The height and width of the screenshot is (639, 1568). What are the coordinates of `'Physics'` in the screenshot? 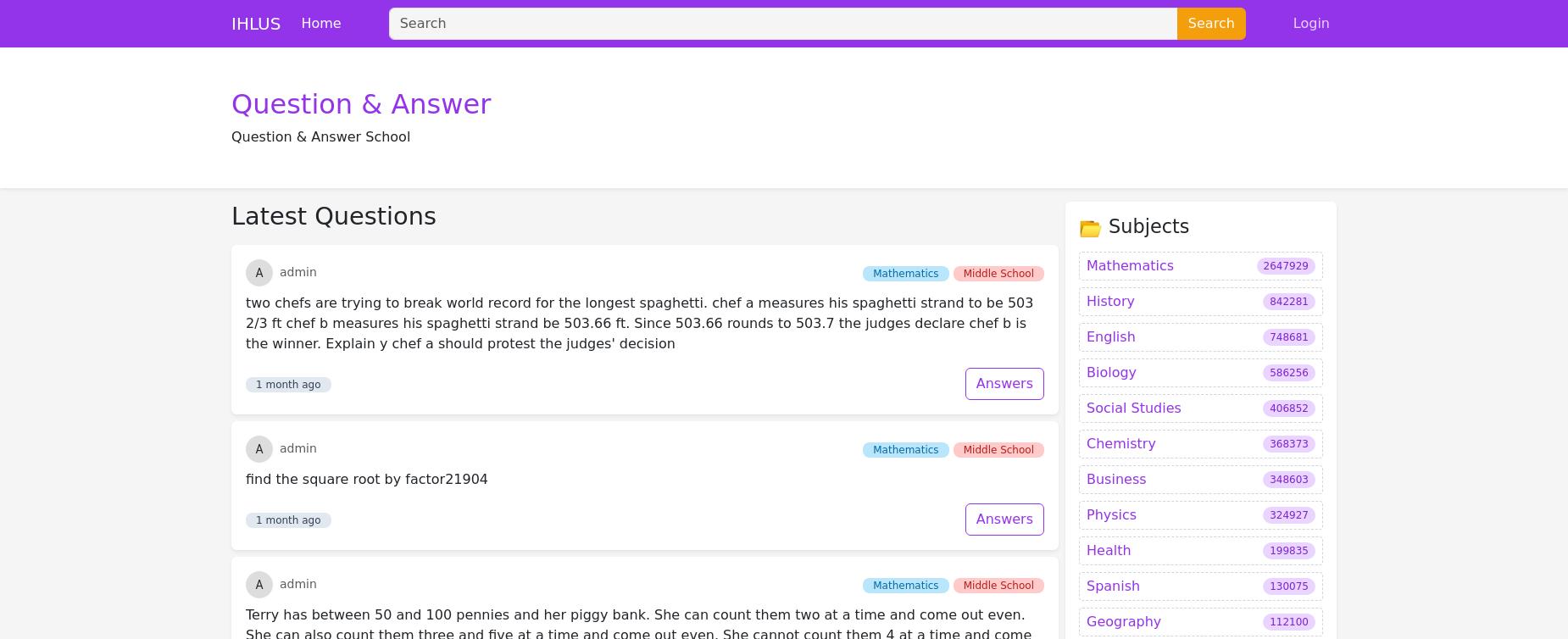 It's located at (1110, 335).